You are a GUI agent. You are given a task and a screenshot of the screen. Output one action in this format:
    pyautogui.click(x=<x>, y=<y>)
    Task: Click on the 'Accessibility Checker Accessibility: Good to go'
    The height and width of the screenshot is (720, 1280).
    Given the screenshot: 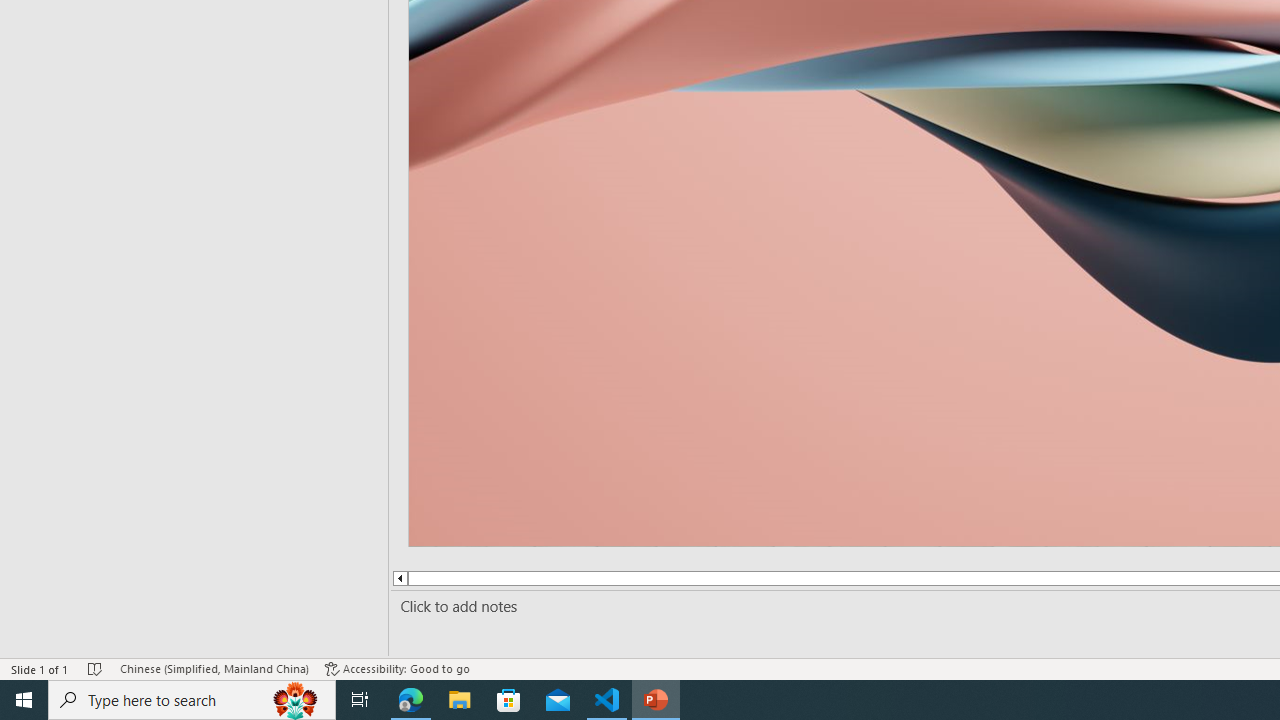 What is the action you would take?
    pyautogui.click(x=397, y=669)
    